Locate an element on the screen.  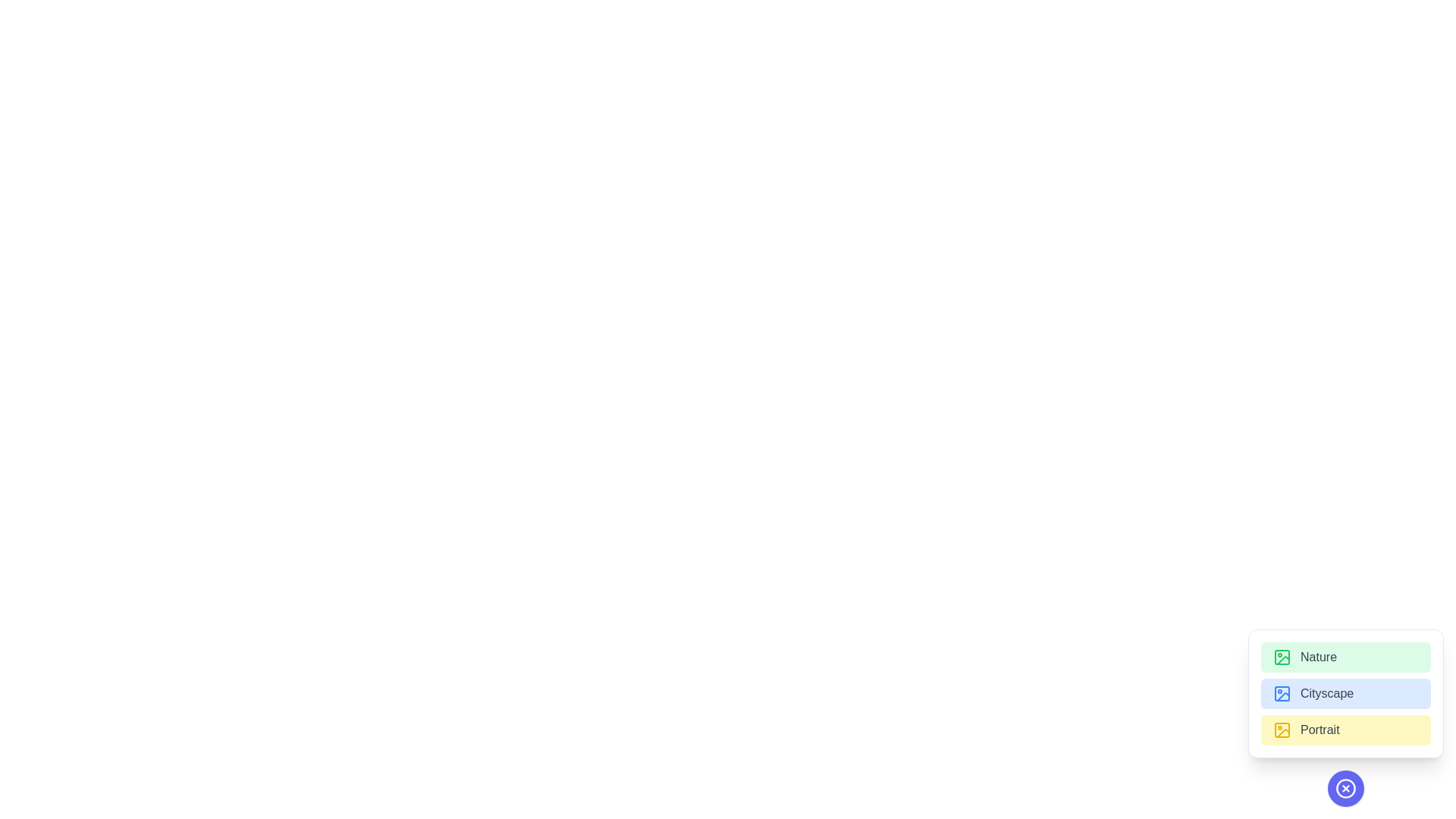
the Portrait button to select it is located at coordinates (1346, 730).